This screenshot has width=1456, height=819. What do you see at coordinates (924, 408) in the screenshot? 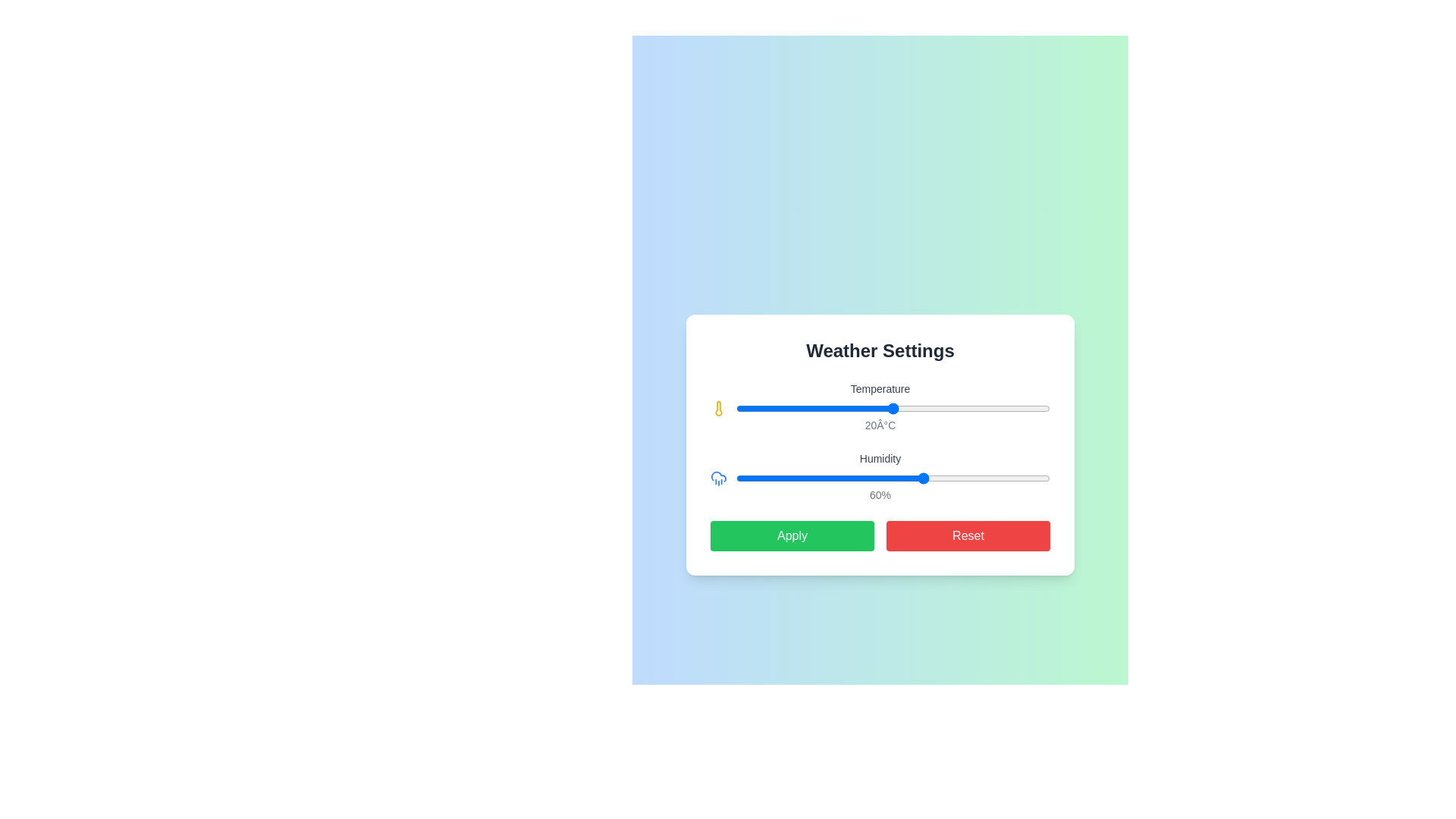
I see `the temperature` at bounding box center [924, 408].